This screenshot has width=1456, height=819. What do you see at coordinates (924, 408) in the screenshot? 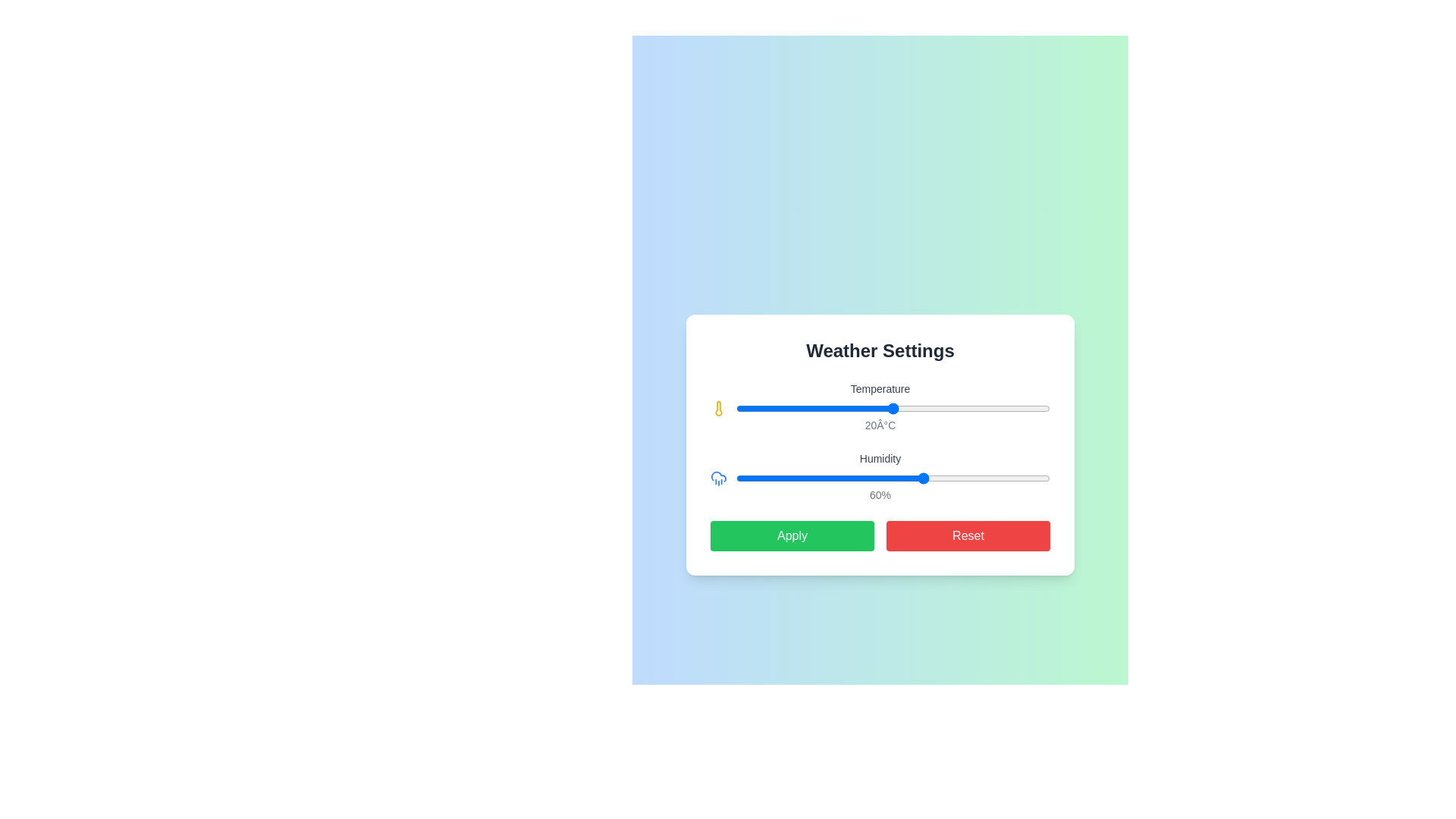
I see `the temperature` at bounding box center [924, 408].